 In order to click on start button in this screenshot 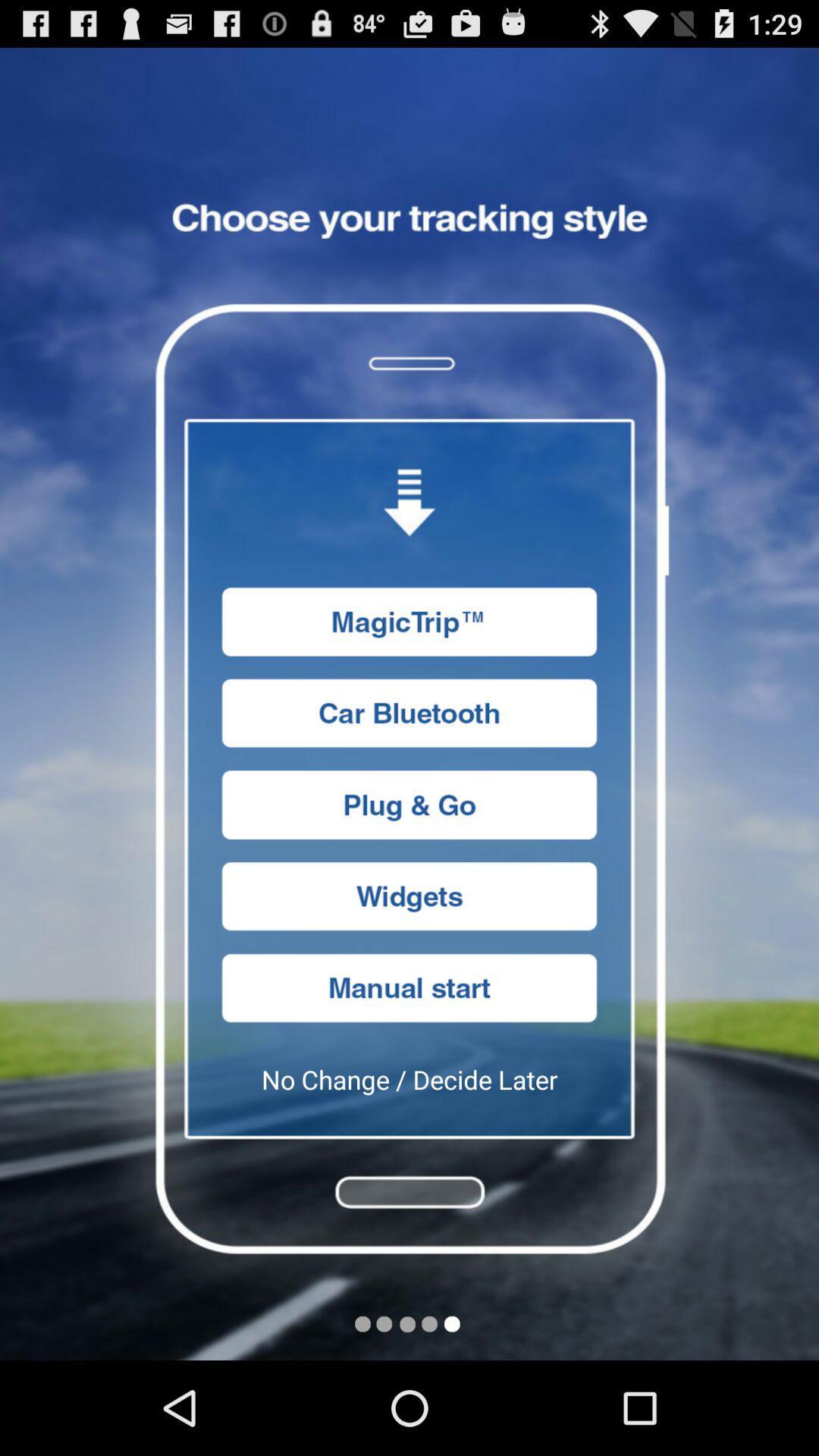, I will do `click(409, 988)`.